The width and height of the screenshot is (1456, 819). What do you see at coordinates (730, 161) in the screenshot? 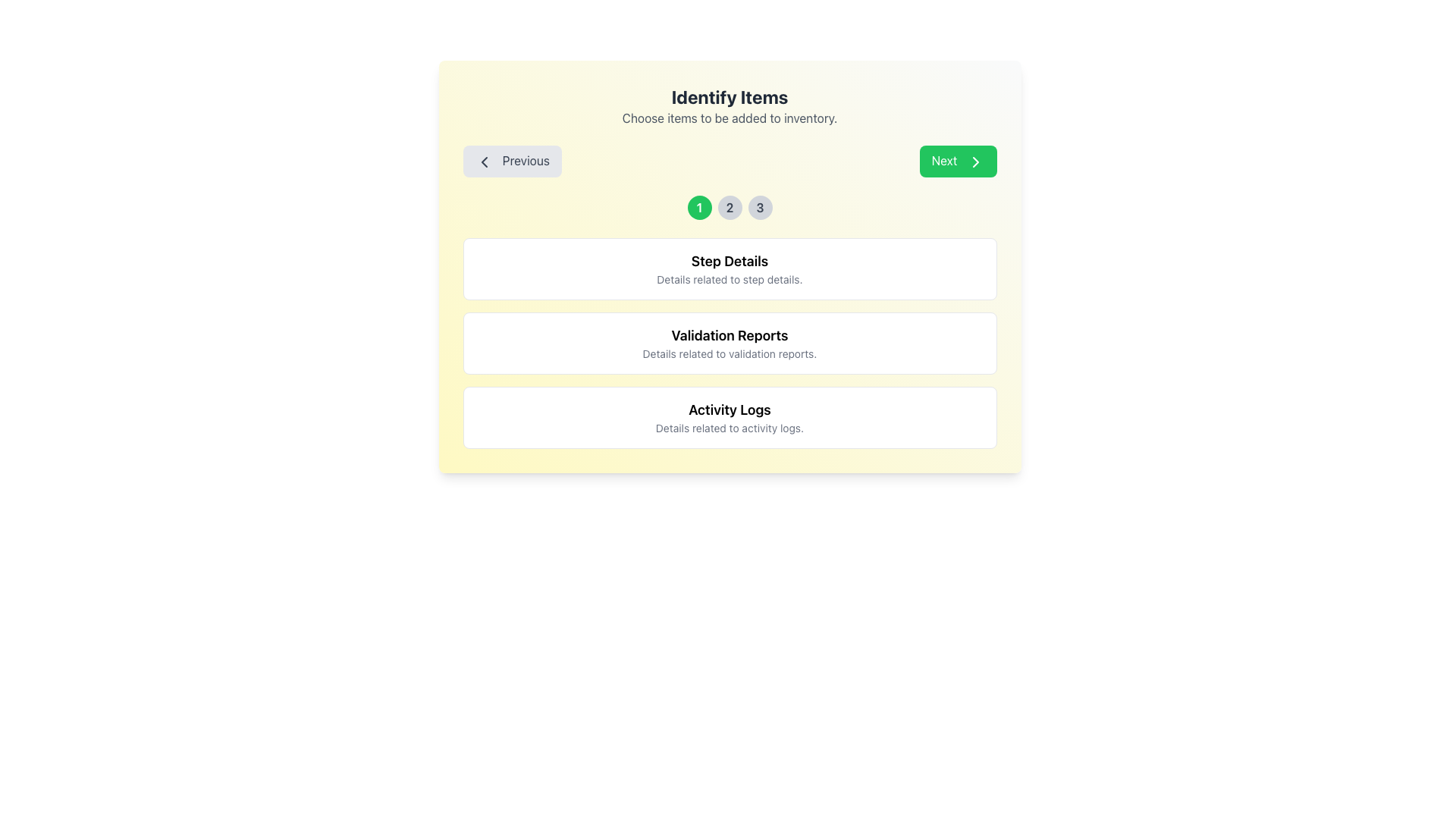
I see `the 'Previous' button on the dual-button navigation control` at bounding box center [730, 161].